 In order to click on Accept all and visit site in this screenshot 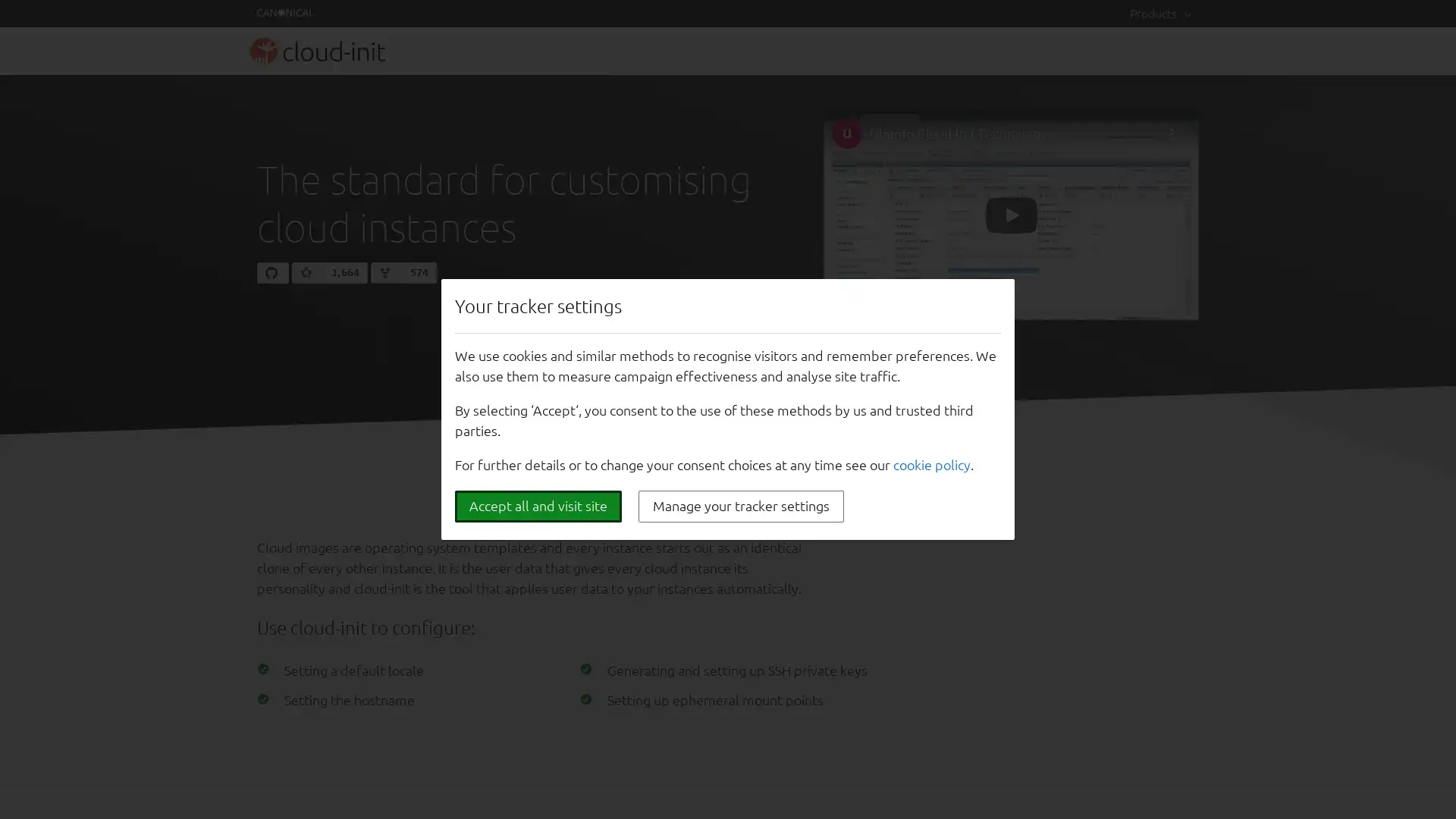, I will do `click(538, 506)`.